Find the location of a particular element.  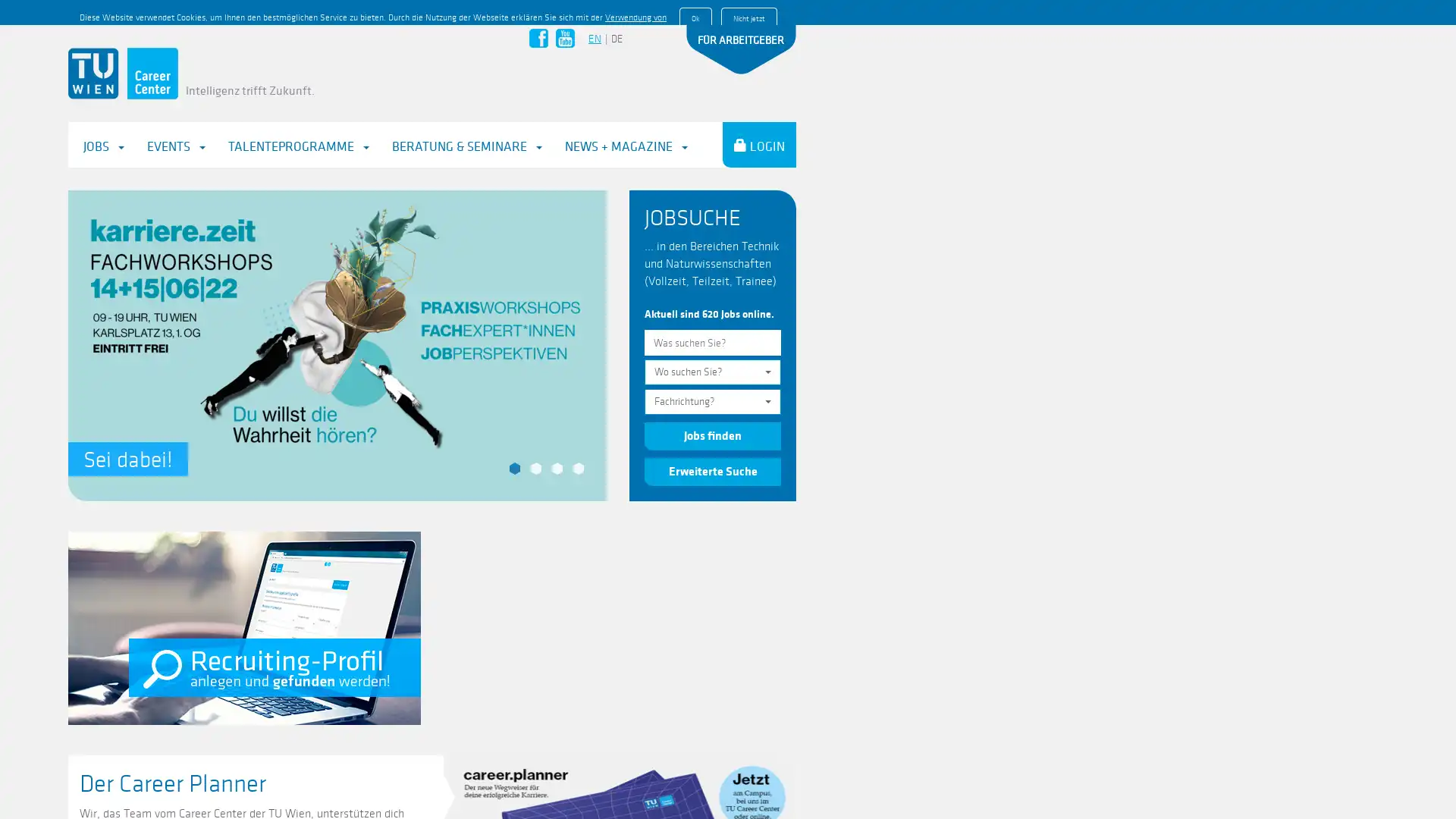

Jobs finden is located at coordinates (712, 411).